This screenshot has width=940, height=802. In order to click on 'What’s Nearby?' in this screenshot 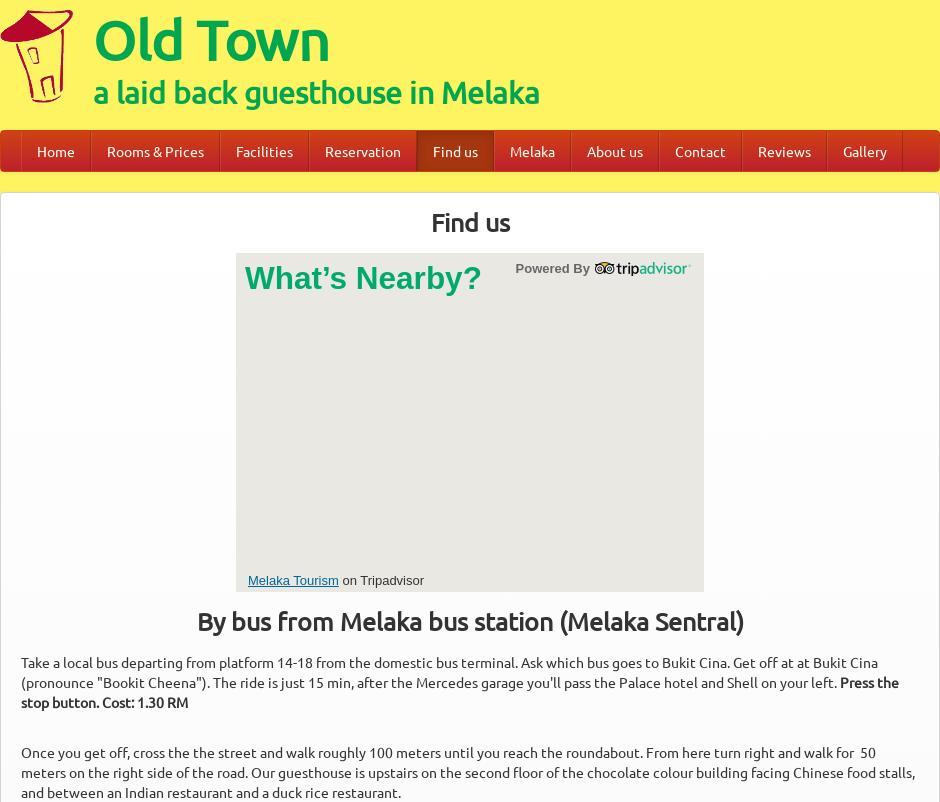, I will do `click(362, 277)`.